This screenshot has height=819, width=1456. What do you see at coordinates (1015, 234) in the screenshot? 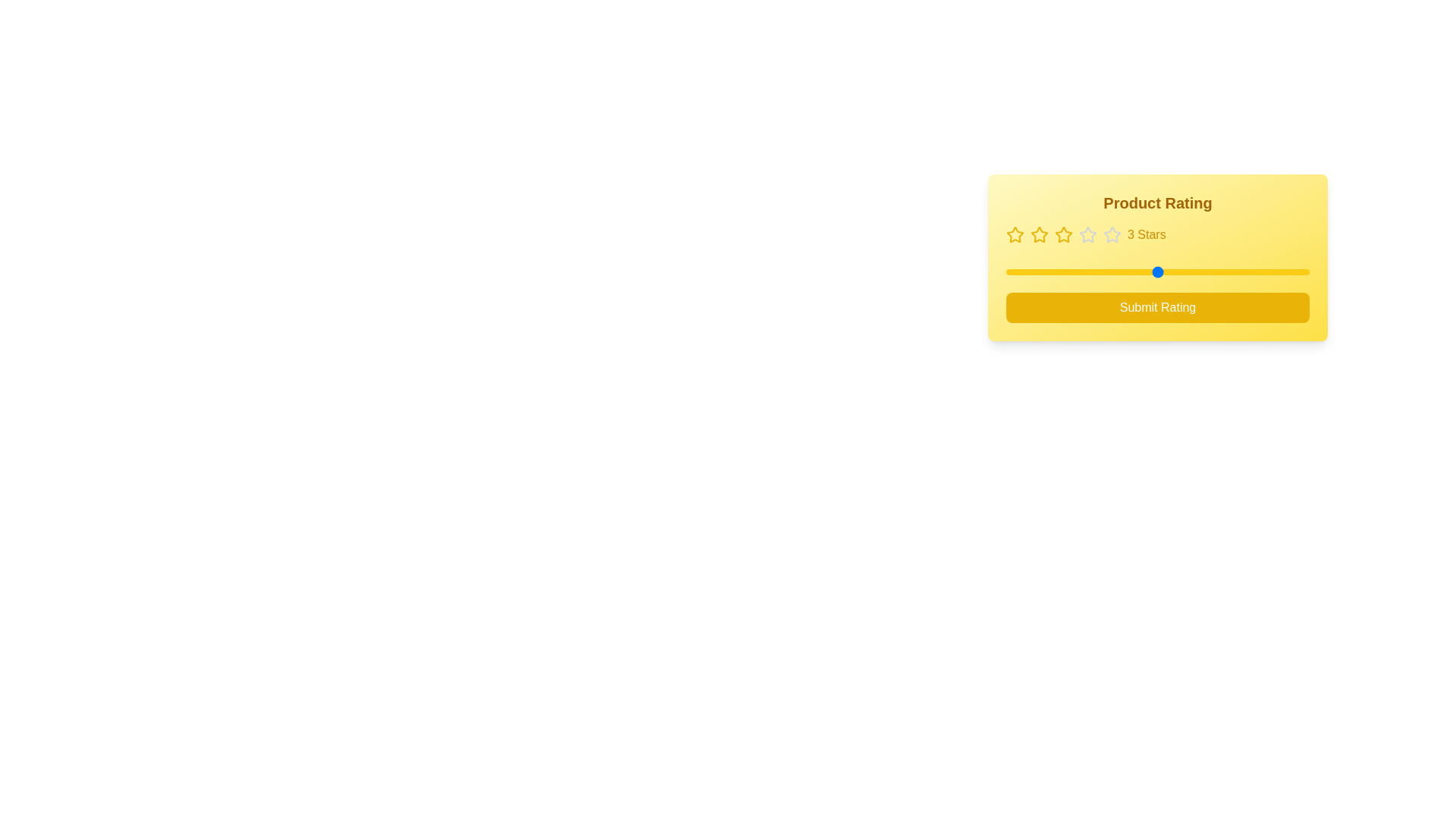
I see `the first star icon in the star-rating system under the text '3 Stars'` at bounding box center [1015, 234].